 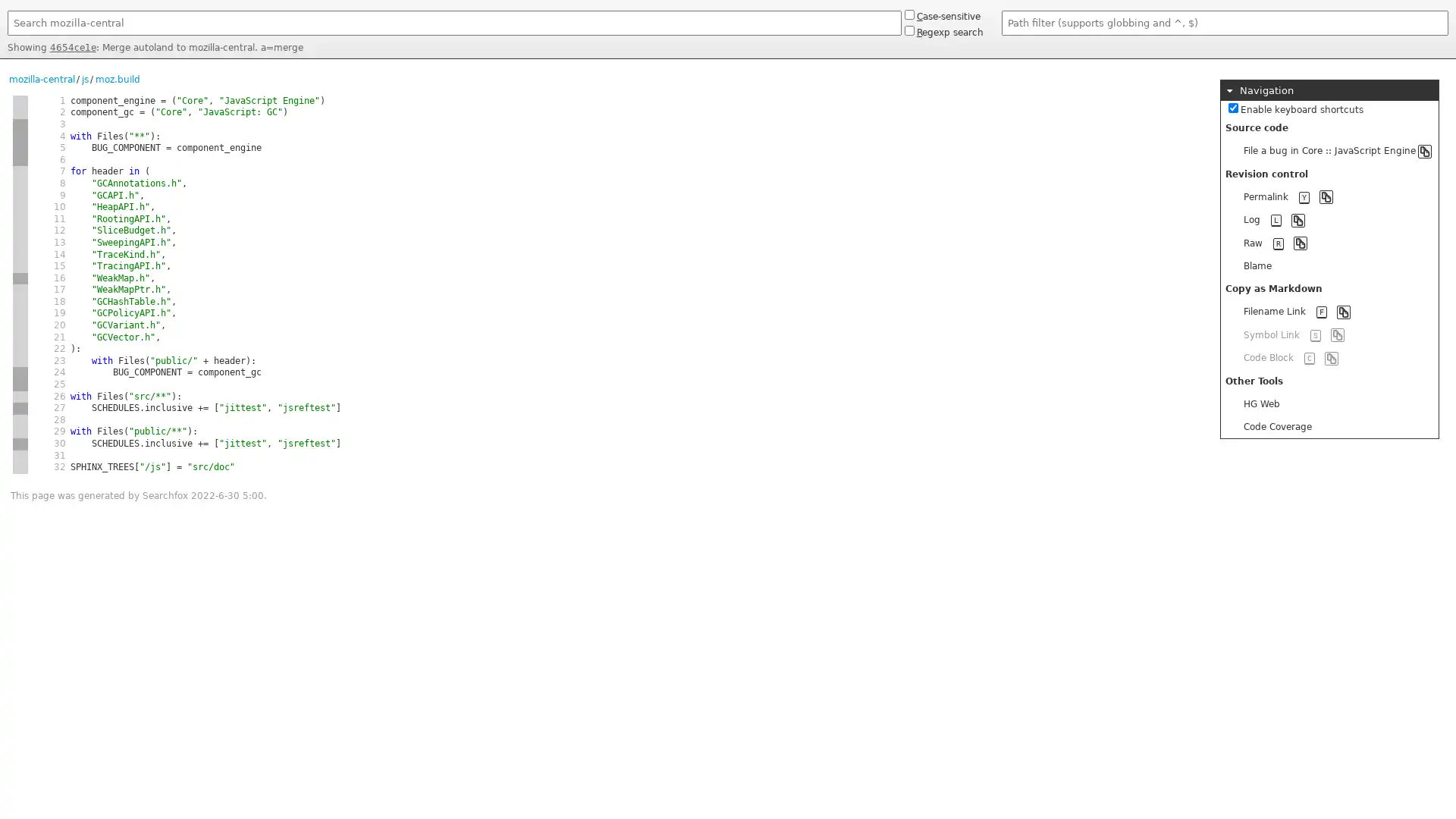 I want to click on Code Block C, so click(x=1329, y=357).